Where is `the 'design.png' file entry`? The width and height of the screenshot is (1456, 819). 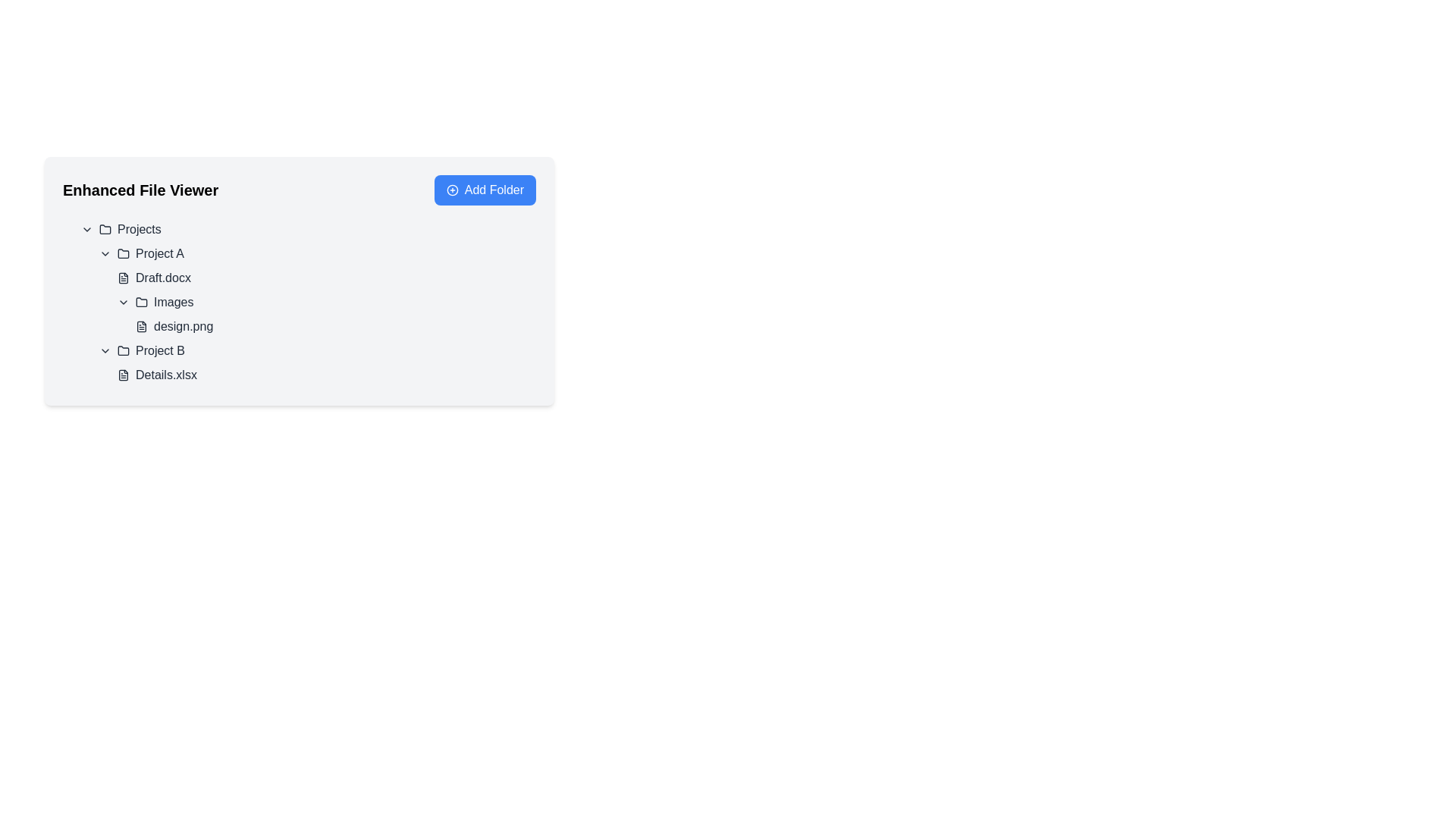 the 'design.png' file entry is located at coordinates (326, 326).